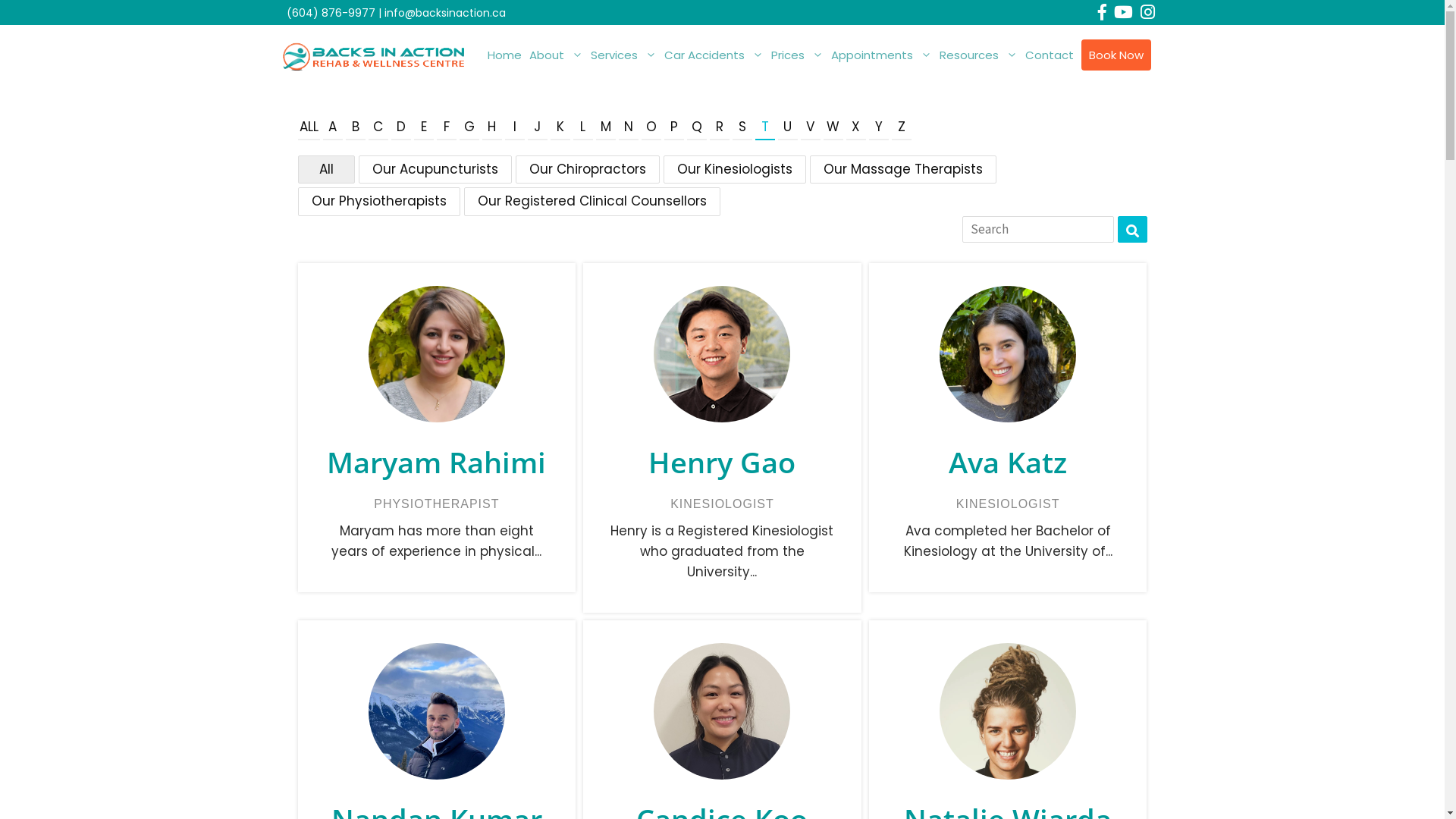  What do you see at coordinates (878, 127) in the screenshot?
I see `'Y'` at bounding box center [878, 127].